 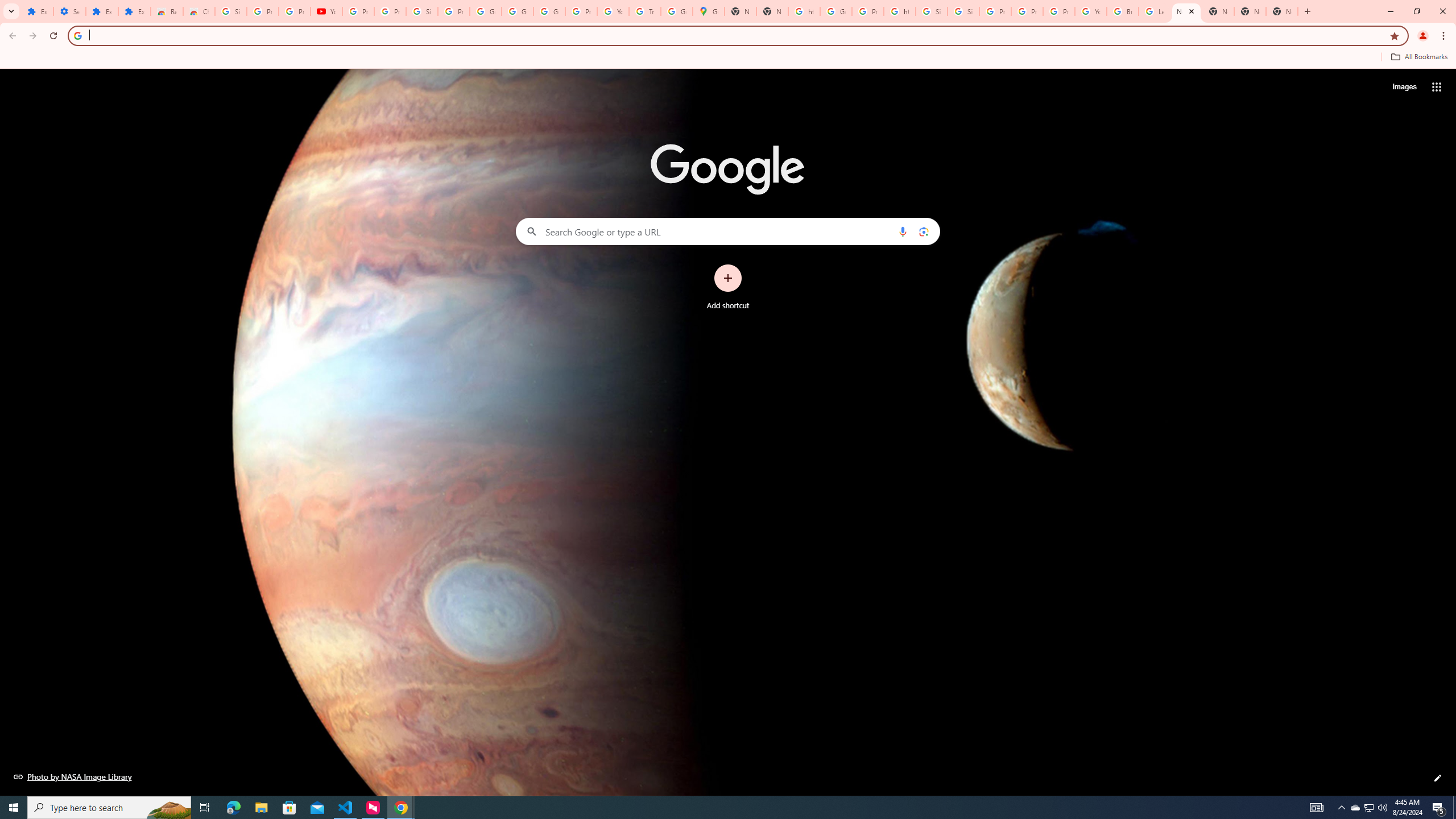 I want to click on 'Search Google or type a URL', so click(x=728, y=230).